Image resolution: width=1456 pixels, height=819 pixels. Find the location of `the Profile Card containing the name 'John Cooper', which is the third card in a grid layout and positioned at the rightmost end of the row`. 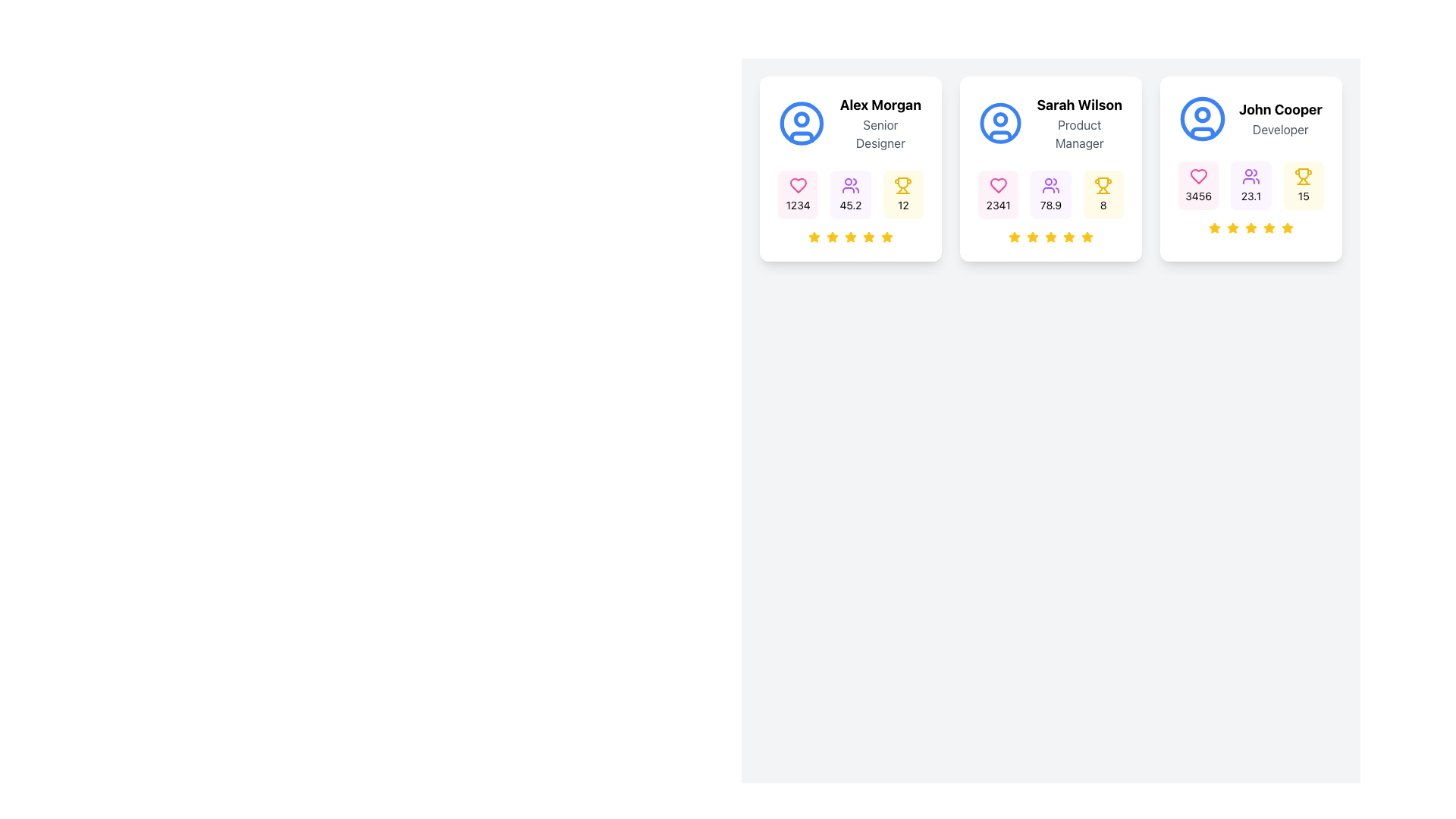

the Profile Card containing the name 'John Cooper', which is the third card in a grid layout and positioned at the rightmost end of the row is located at coordinates (1251, 169).